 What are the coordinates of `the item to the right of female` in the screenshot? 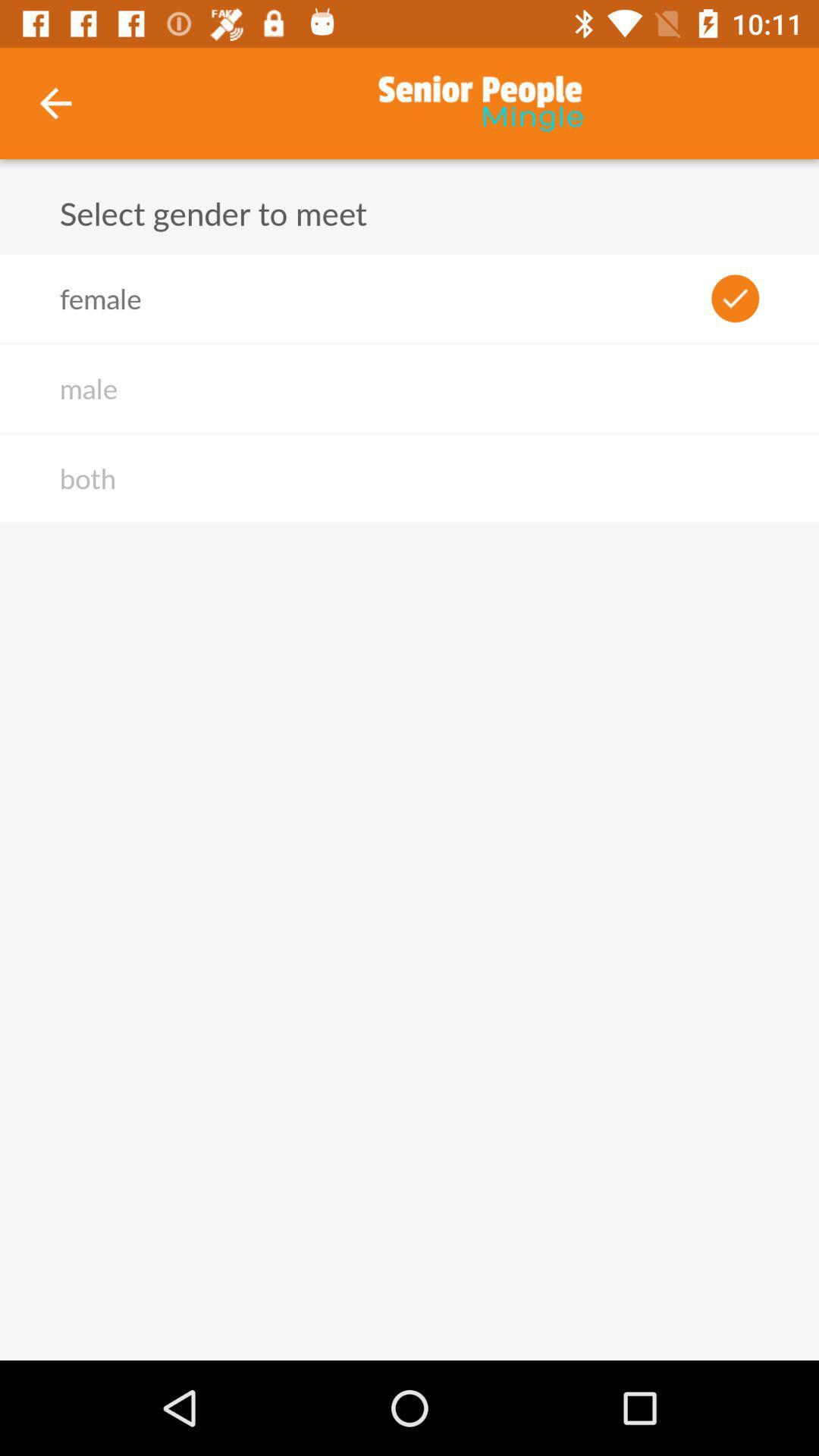 It's located at (734, 298).